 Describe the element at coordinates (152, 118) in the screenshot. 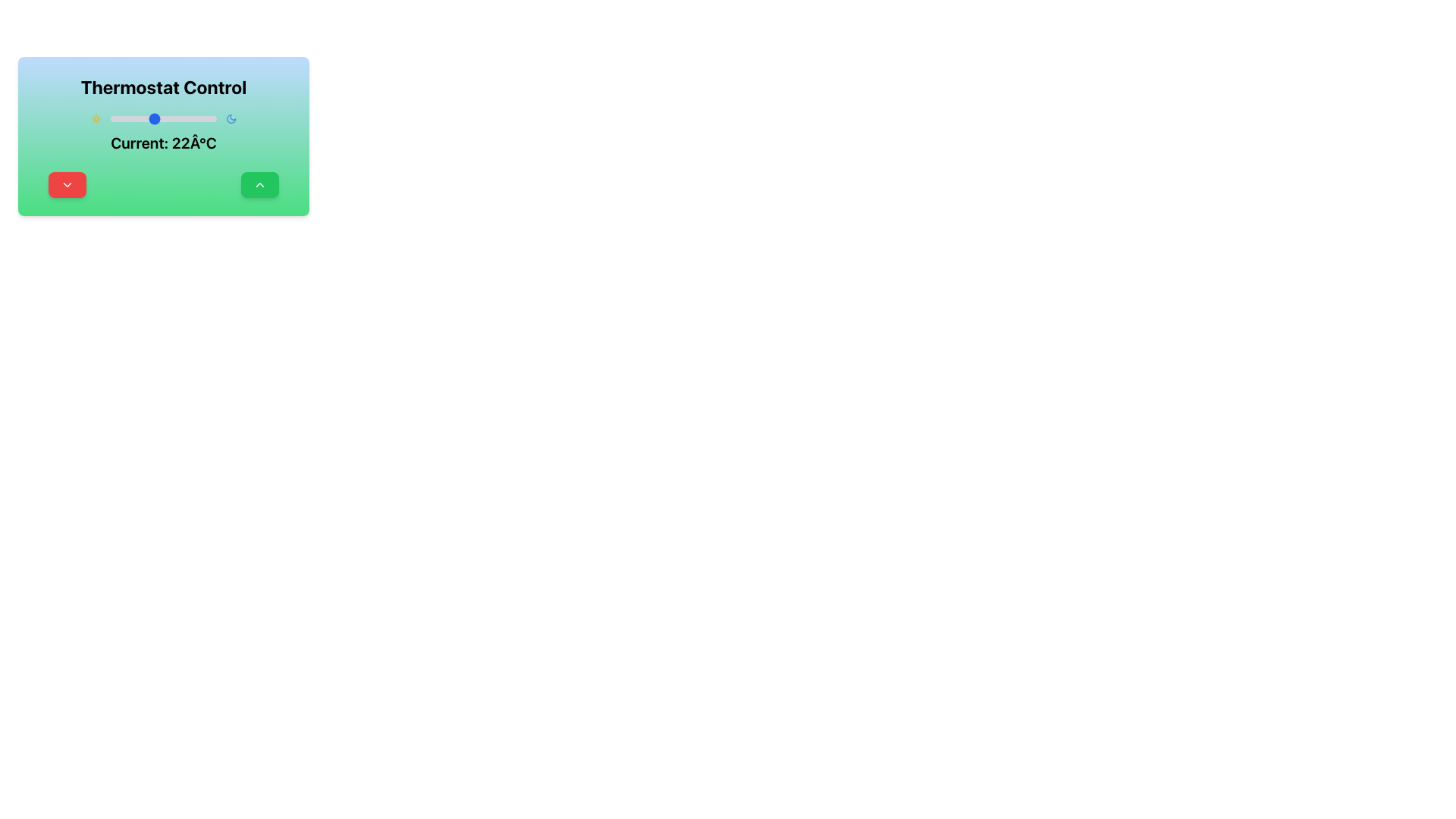

I see `thermostat temperature` at that location.